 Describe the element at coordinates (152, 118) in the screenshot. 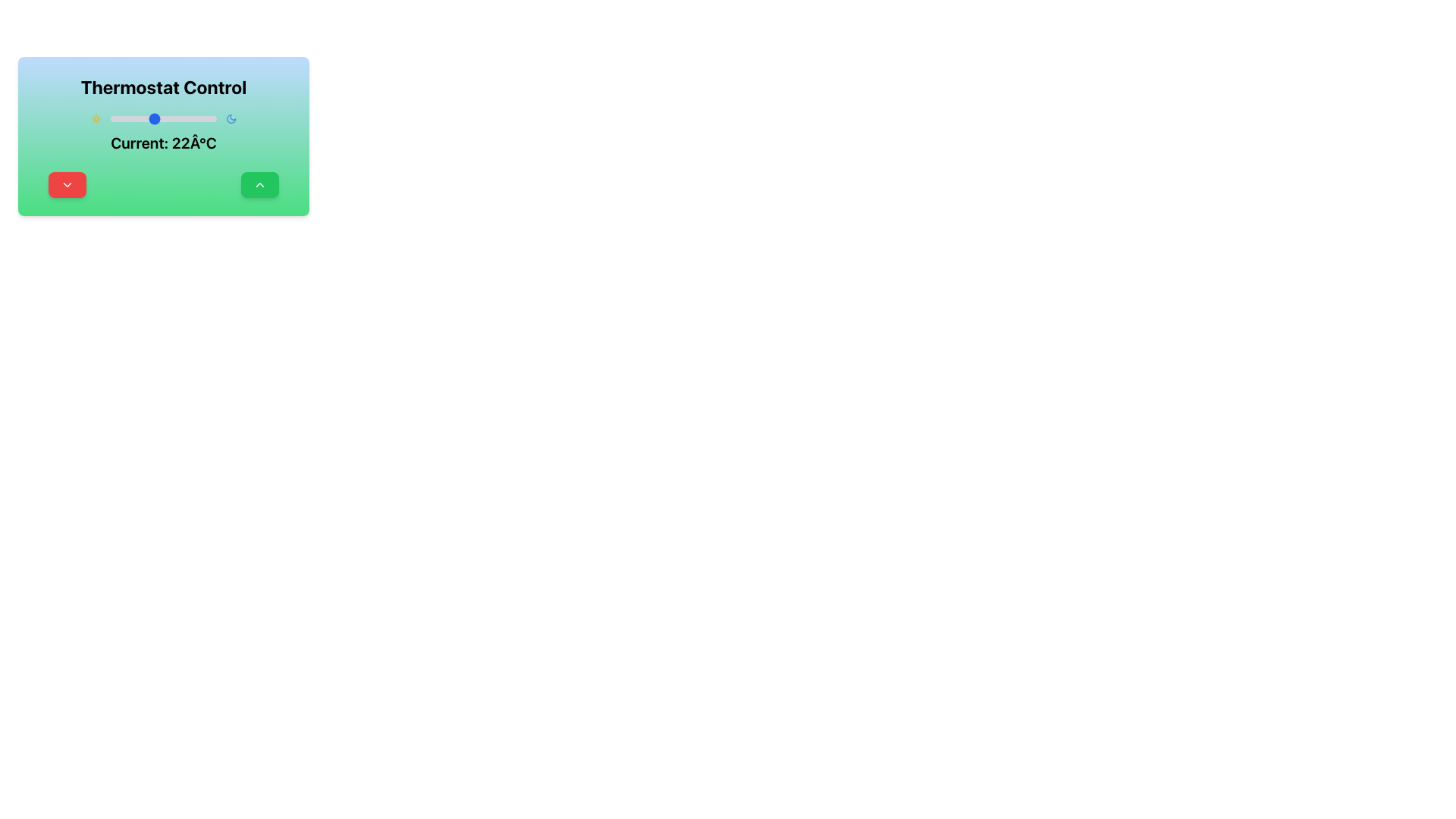

I see `thermostat temperature` at that location.